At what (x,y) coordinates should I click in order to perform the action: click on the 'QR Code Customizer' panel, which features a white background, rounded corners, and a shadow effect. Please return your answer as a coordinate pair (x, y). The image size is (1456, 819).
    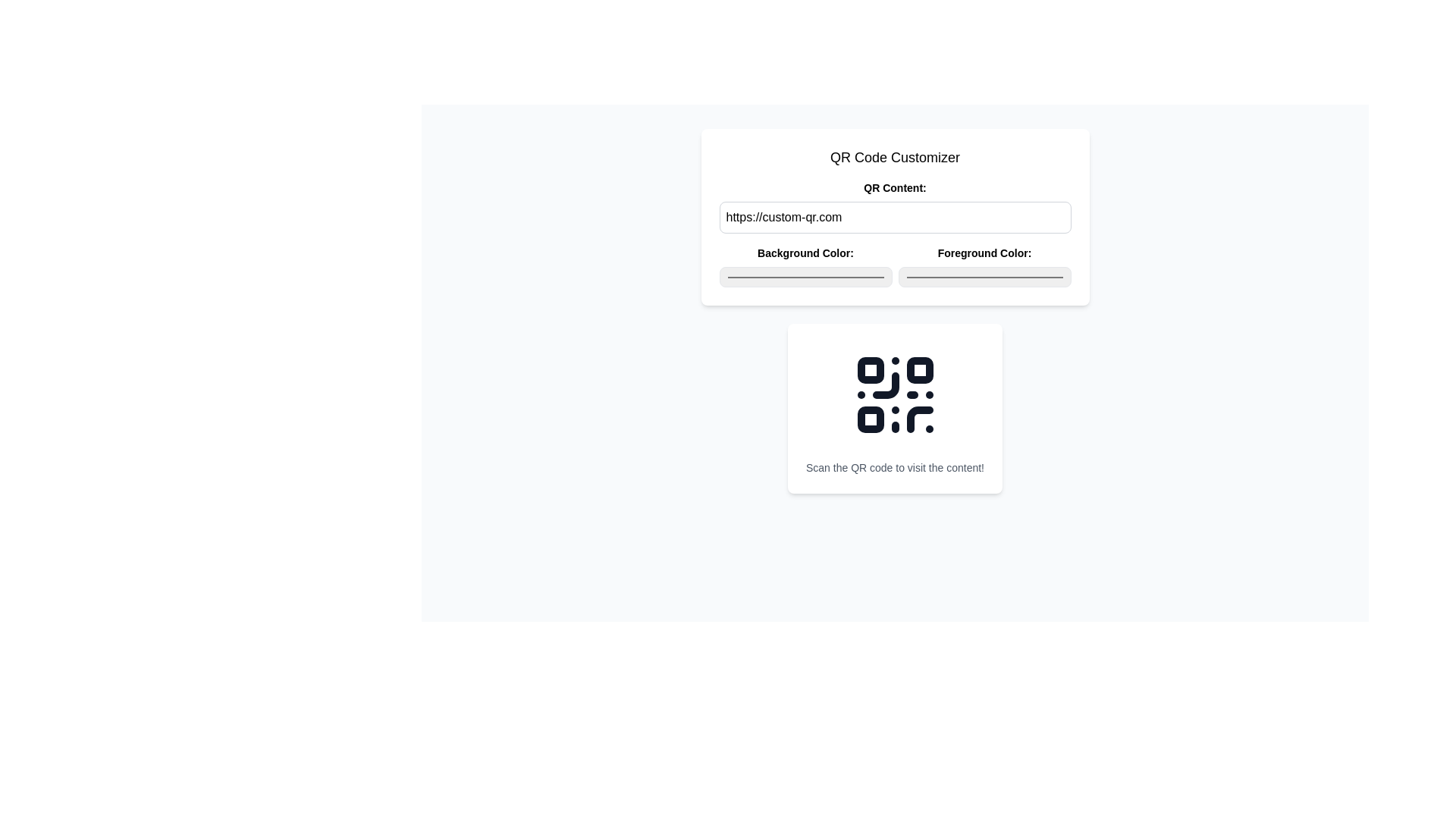
    Looking at the image, I should click on (895, 217).